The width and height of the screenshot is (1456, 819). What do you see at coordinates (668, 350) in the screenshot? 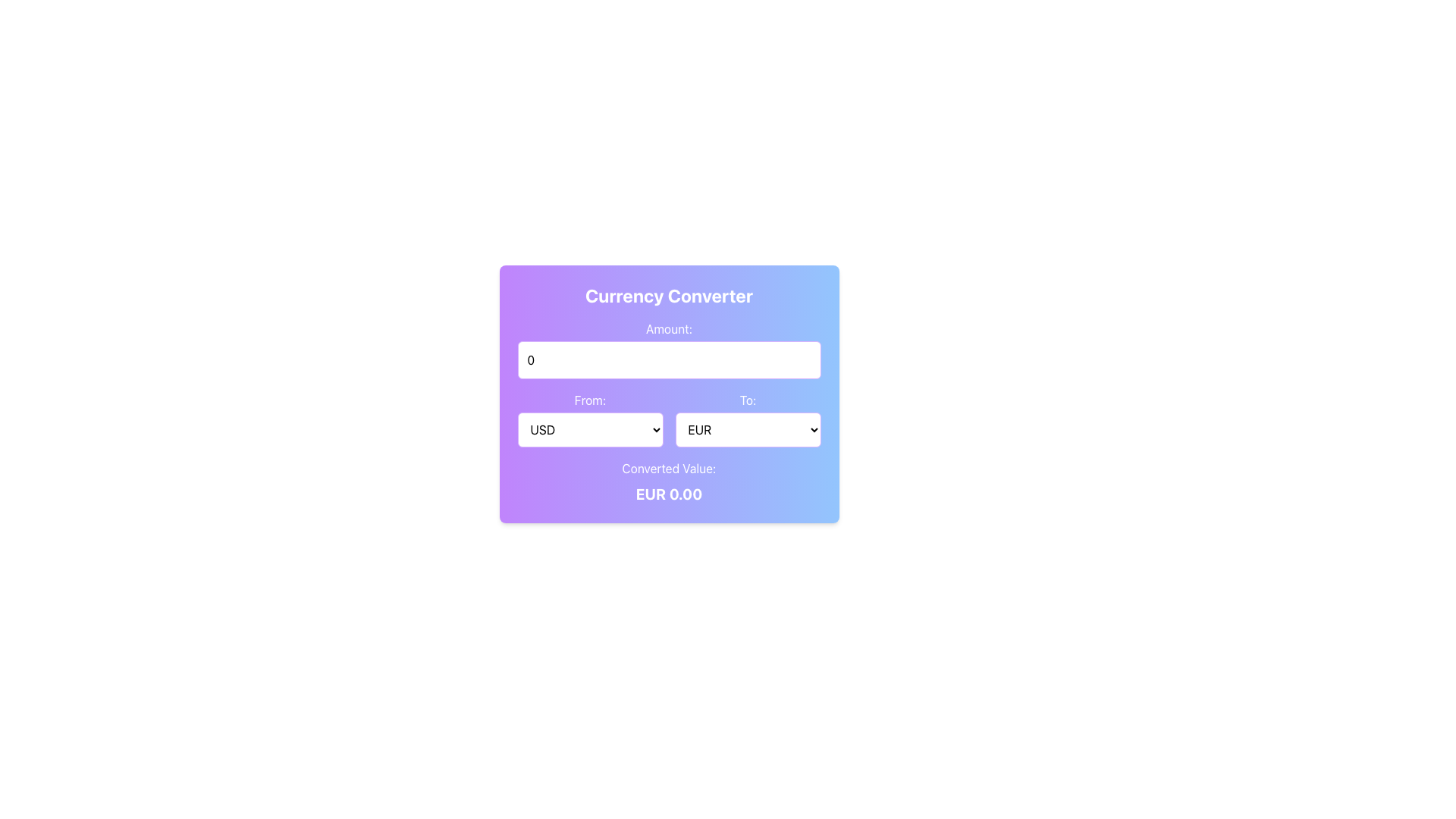
I see `the input field labeled 'Amount:' to indicate focus for user interaction` at bounding box center [668, 350].